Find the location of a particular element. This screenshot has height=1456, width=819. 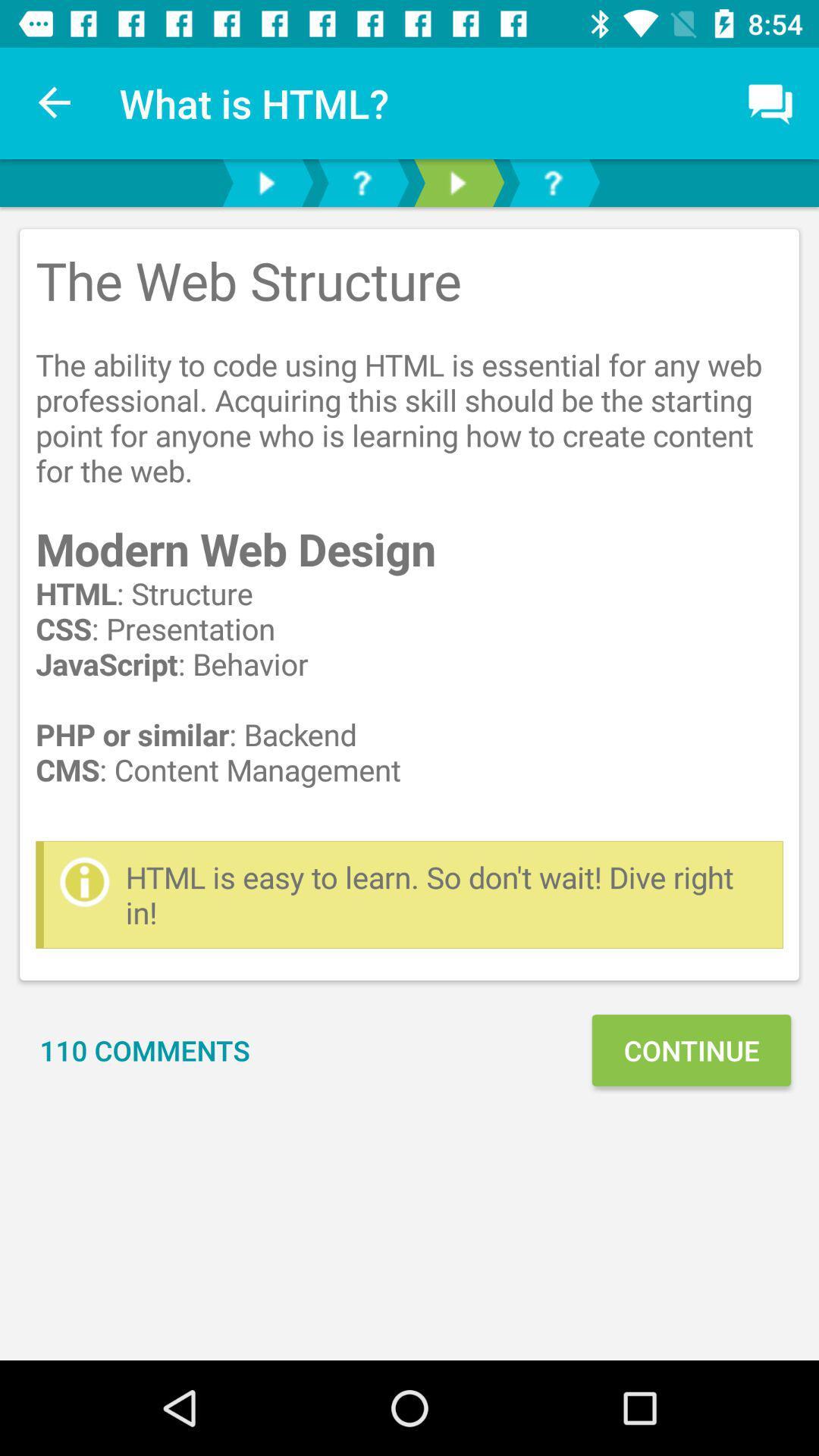

the 110 comments item is located at coordinates (145, 1050).